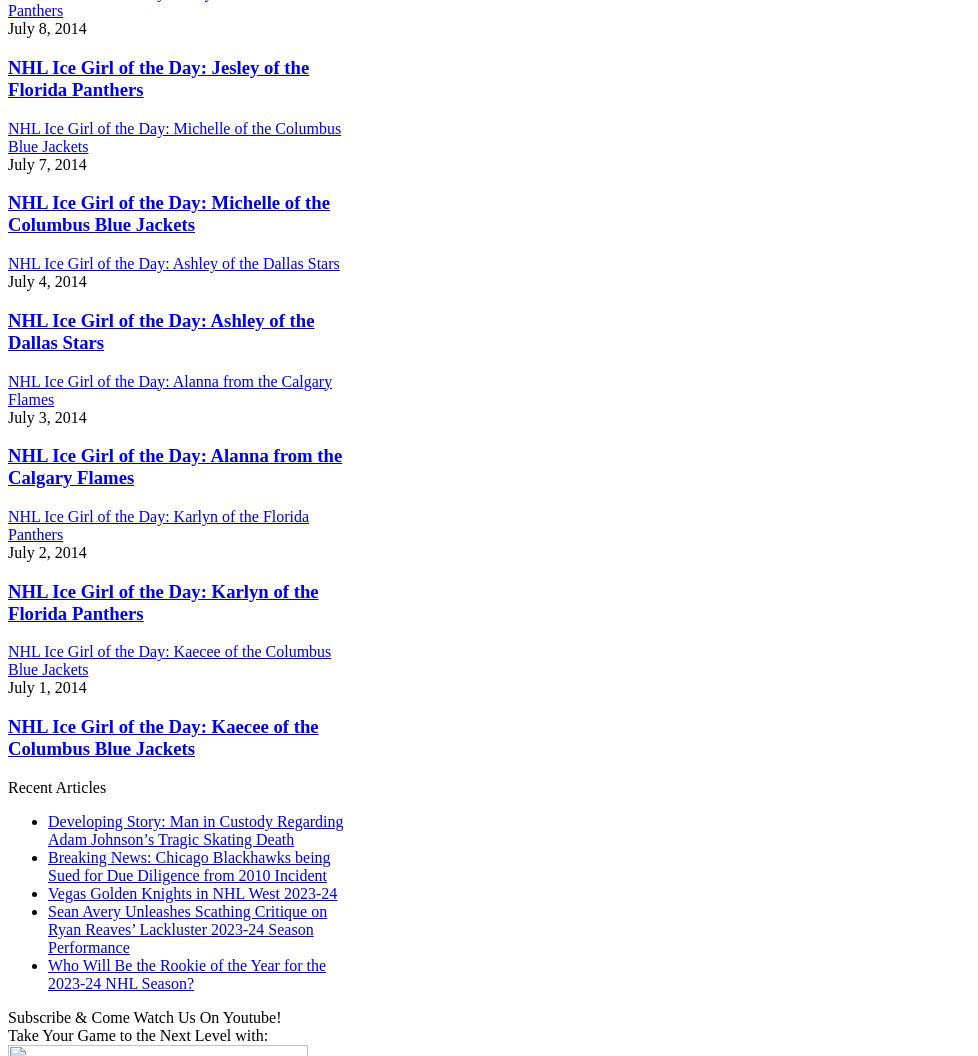 The width and height of the screenshot is (978, 1056). I want to click on 'Vegas Golden Knights in NHL West 2023-24', so click(192, 891).